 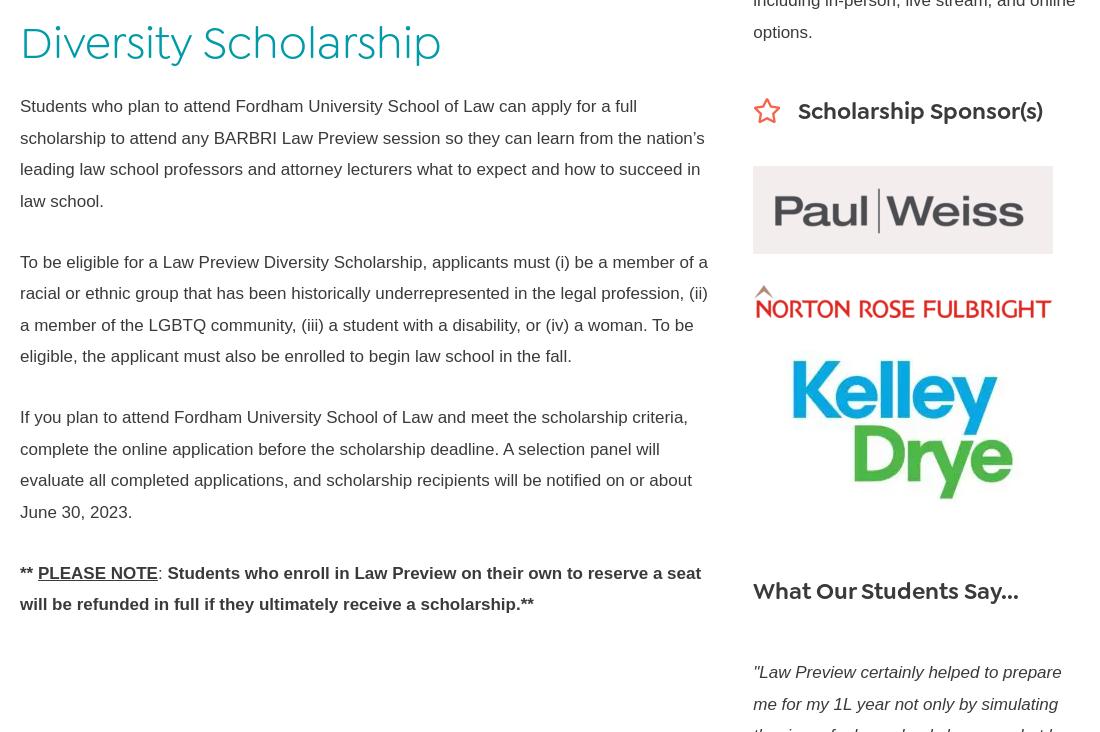 What do you see at coordinates (35, 571) in the screenshot?
I see `'PLEASE NOTE'` at bounding box center [35, 571].